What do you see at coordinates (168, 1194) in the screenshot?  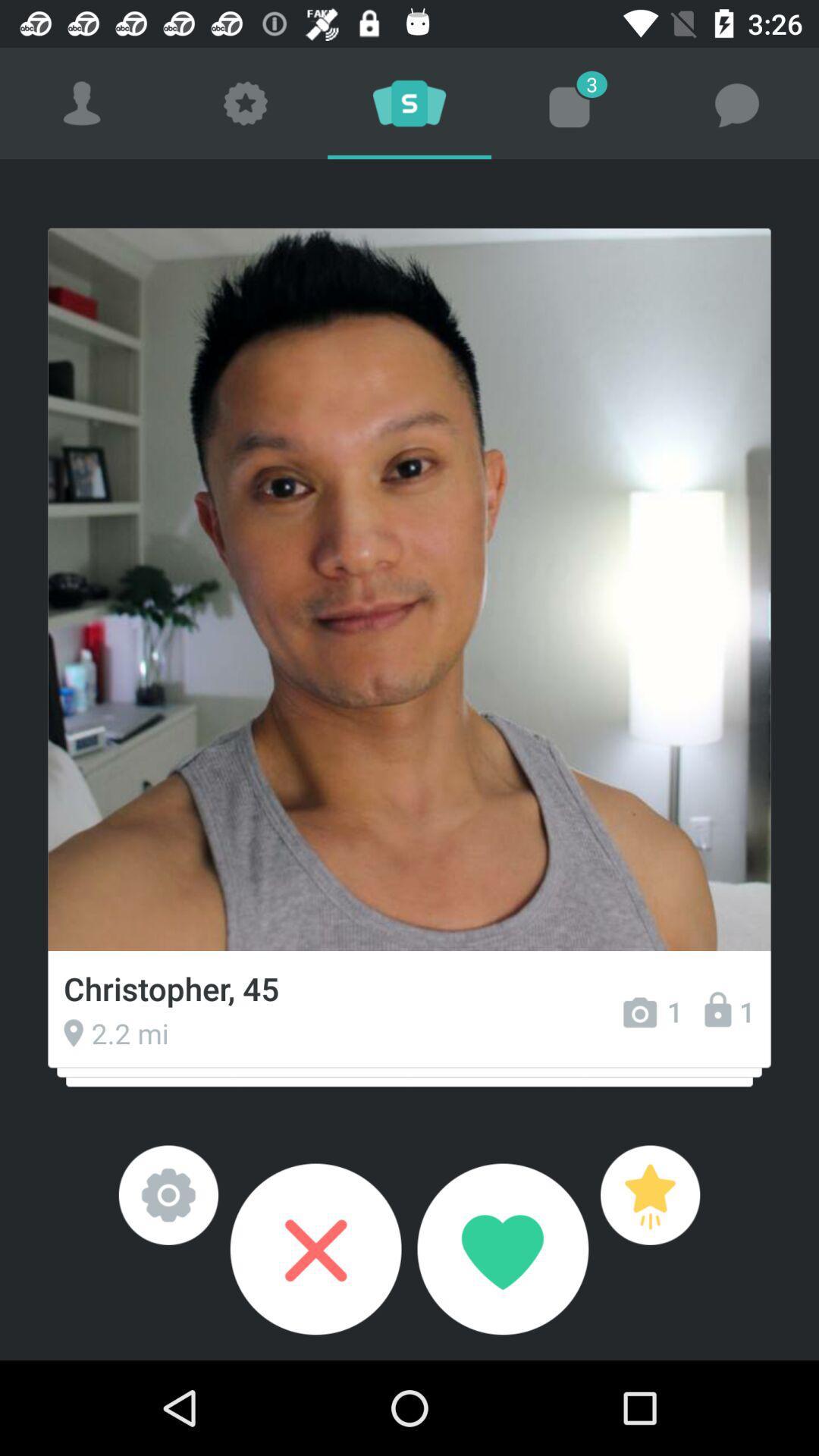 I see `the settings icon` at bounding box center [168, 1194].